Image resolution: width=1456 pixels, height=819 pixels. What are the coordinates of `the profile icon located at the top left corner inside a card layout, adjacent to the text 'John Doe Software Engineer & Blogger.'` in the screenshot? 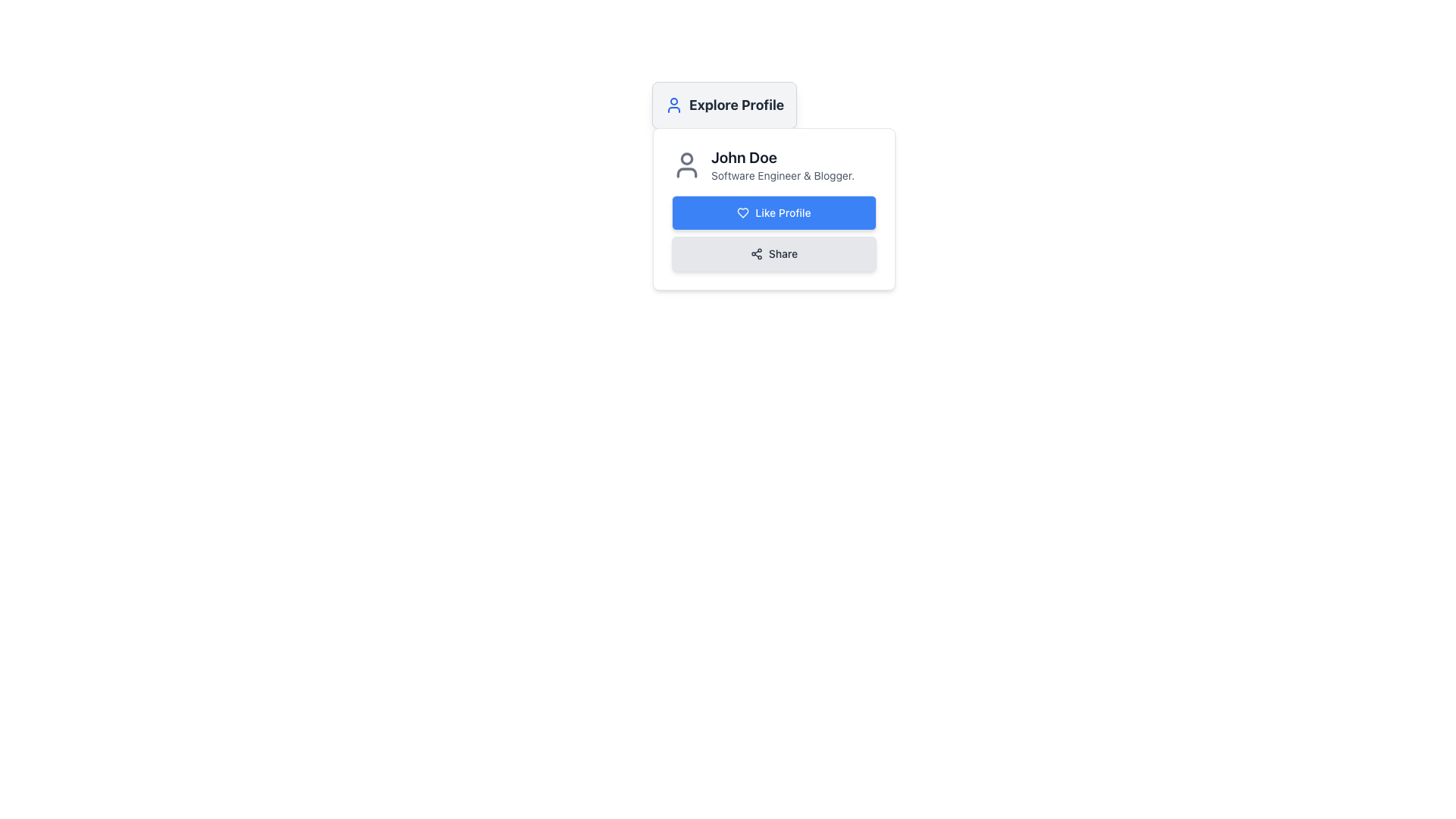 It's located at (686, 165).